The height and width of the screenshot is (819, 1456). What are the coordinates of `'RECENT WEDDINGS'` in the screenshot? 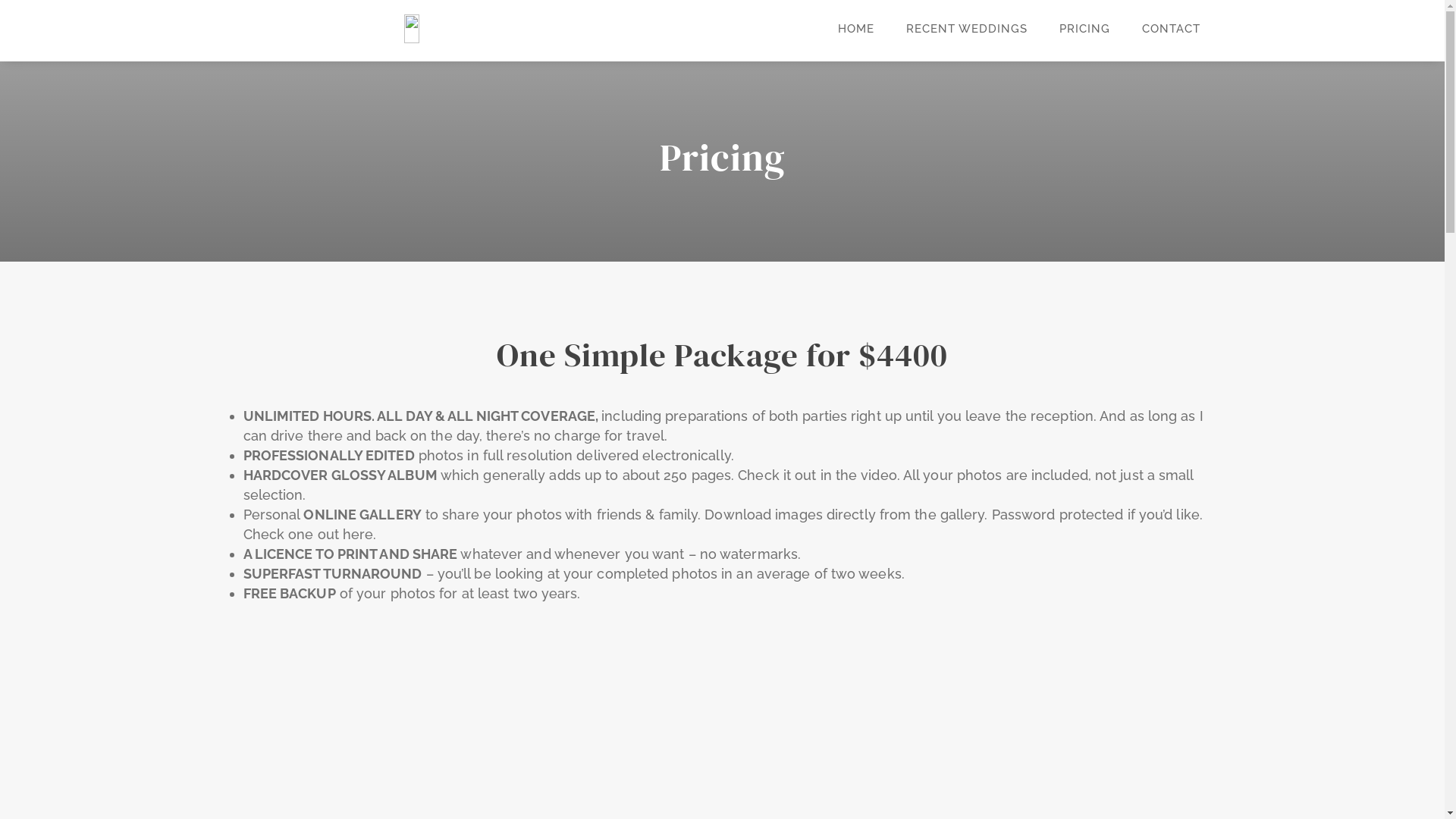 It's located at (965, 29).